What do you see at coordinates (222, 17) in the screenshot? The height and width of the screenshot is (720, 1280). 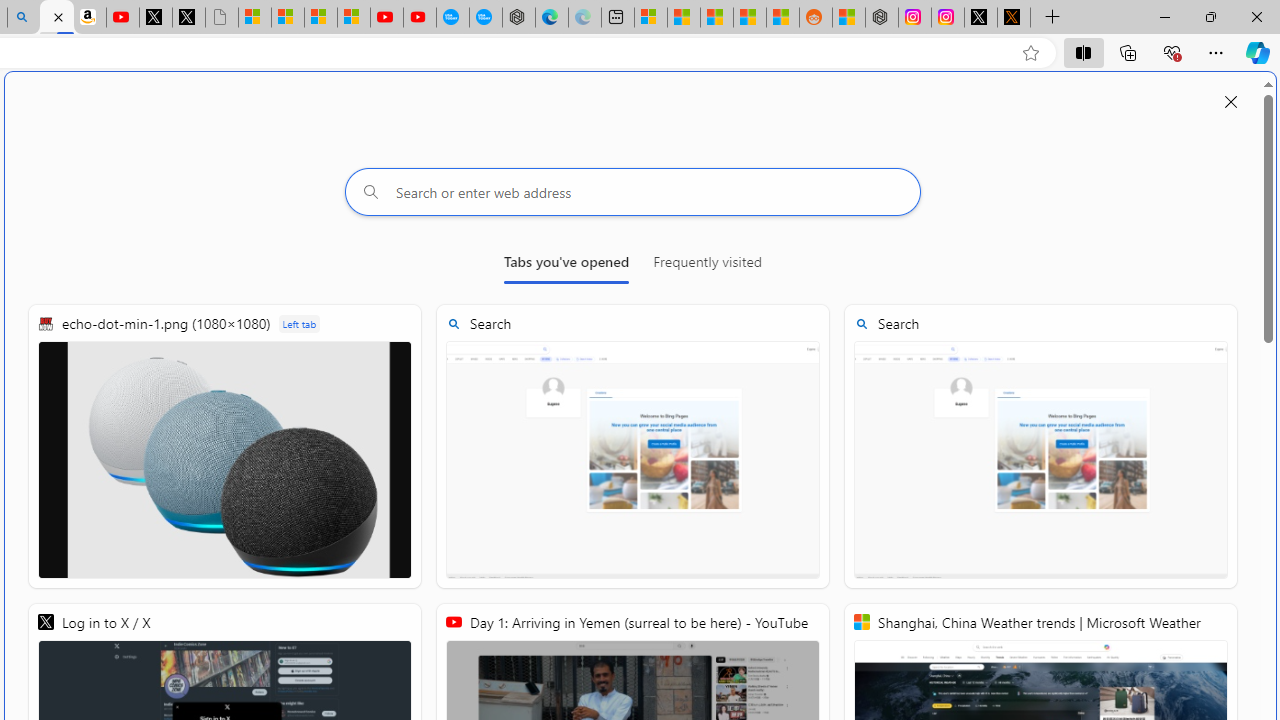 I see `'Untitled'` at bounding box center [222, 17].